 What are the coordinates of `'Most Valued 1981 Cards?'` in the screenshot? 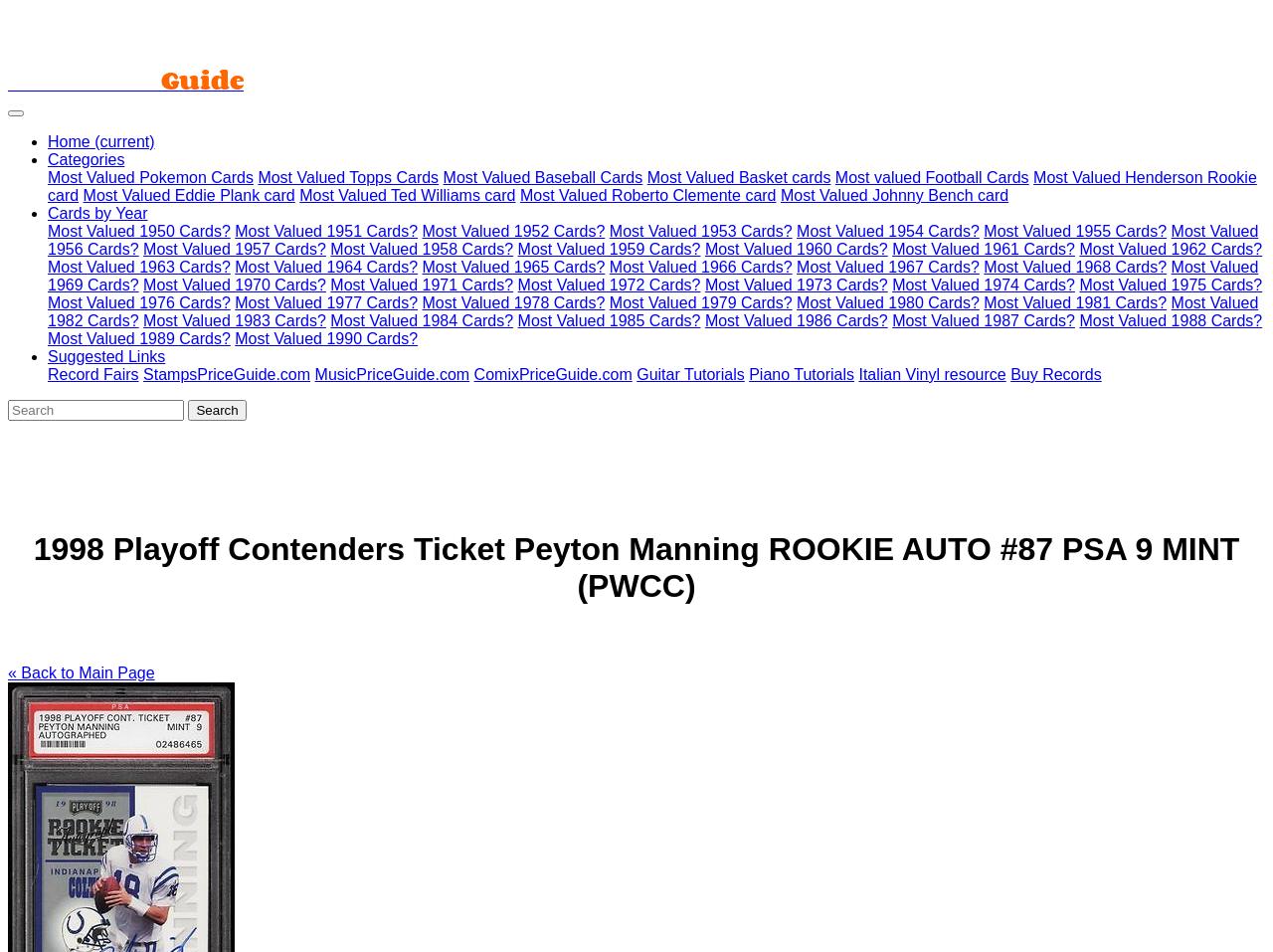 It's located at (1073, 302).